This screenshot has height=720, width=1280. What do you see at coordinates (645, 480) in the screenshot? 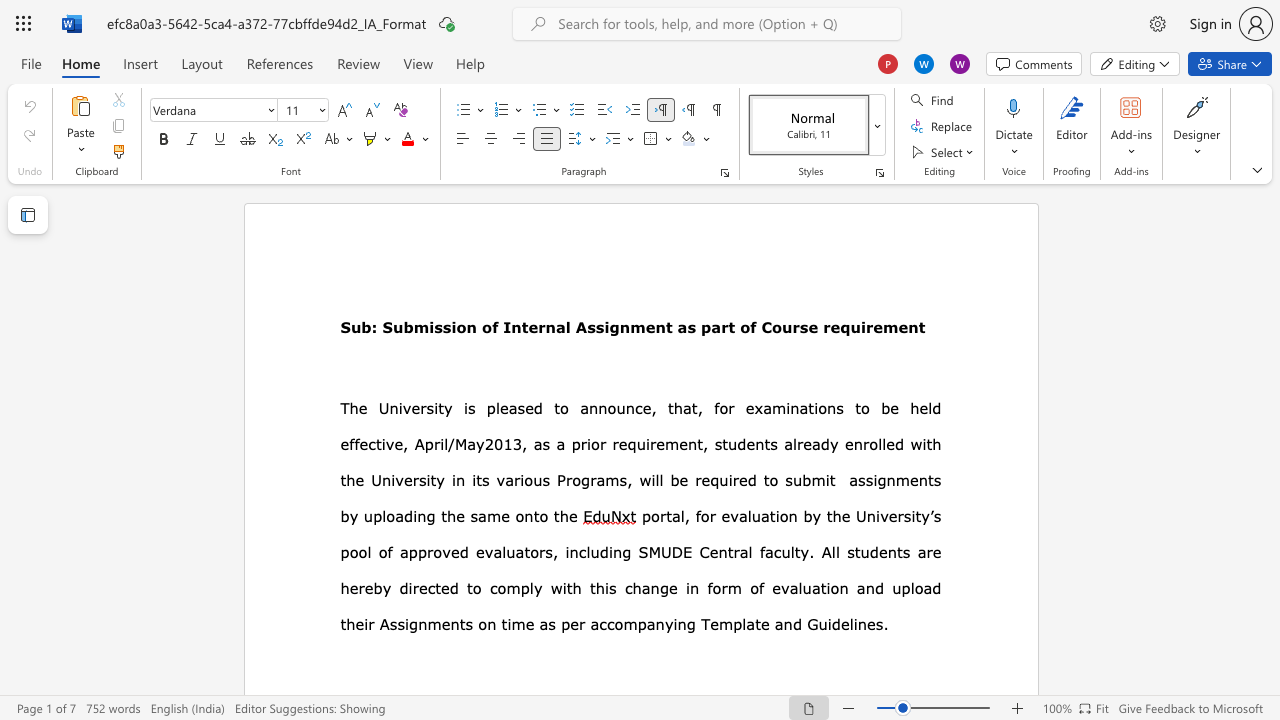
I see `the 1th character "w" in the text` at bounding box center [645, 480].